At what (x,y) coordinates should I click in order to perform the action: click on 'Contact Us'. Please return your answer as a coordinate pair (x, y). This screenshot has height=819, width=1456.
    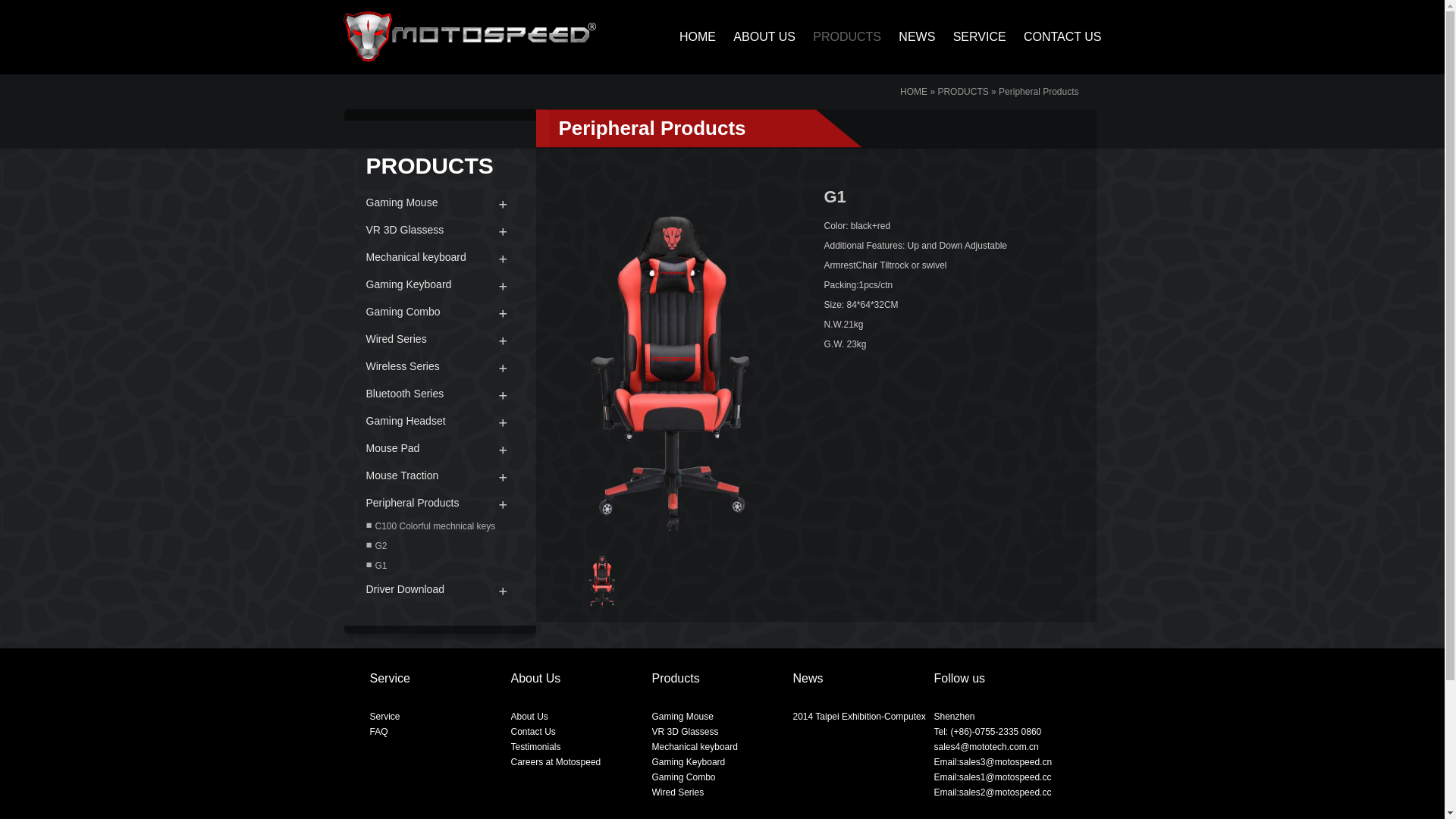
    Looking at the image, I should click on (533, 730).